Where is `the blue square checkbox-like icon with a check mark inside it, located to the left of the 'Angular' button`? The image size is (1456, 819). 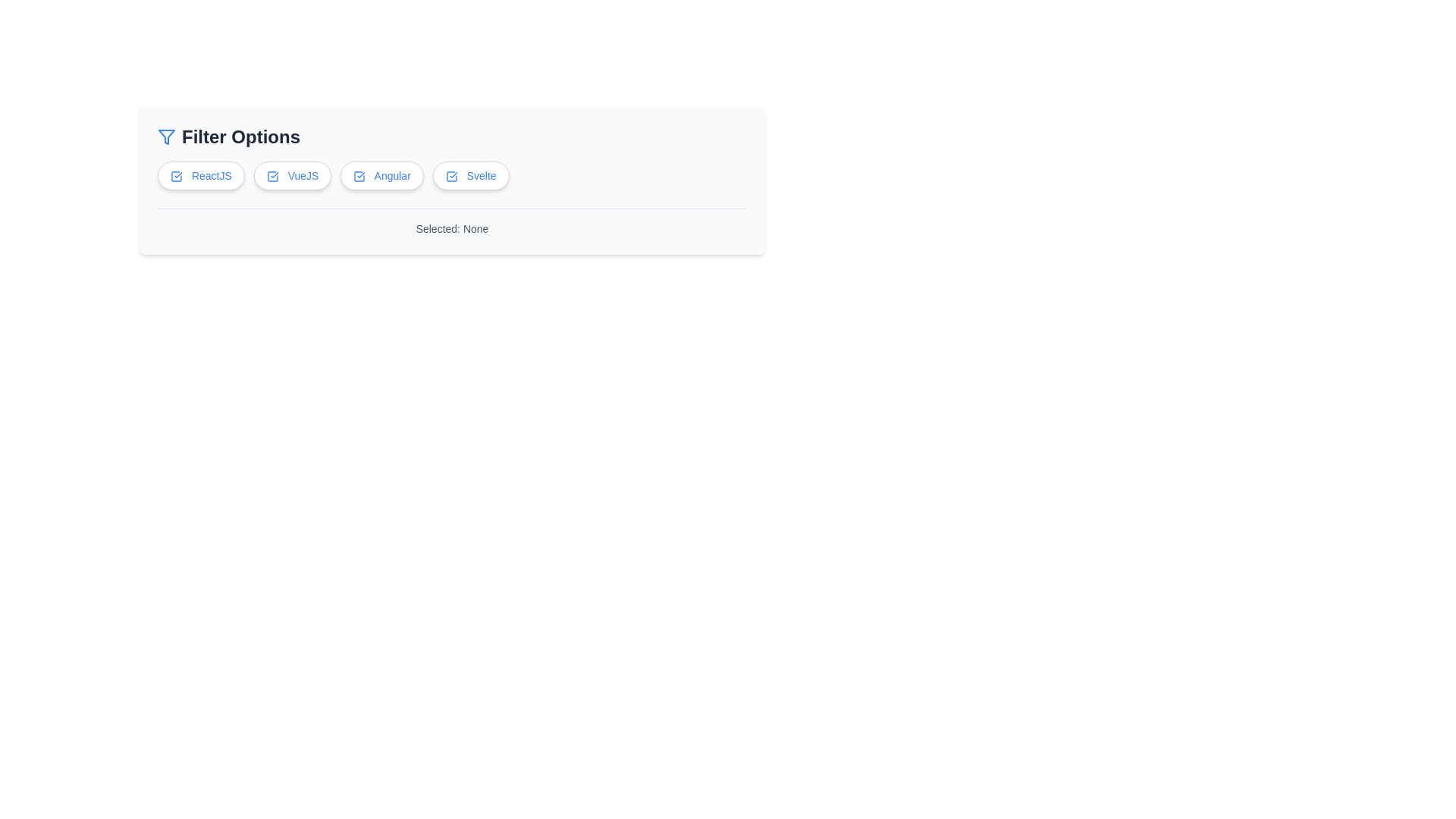
the blue square checkbox-like icon with a check mark inside it, located to the left of the 'Angular' button is located at coordinates (359, 176).